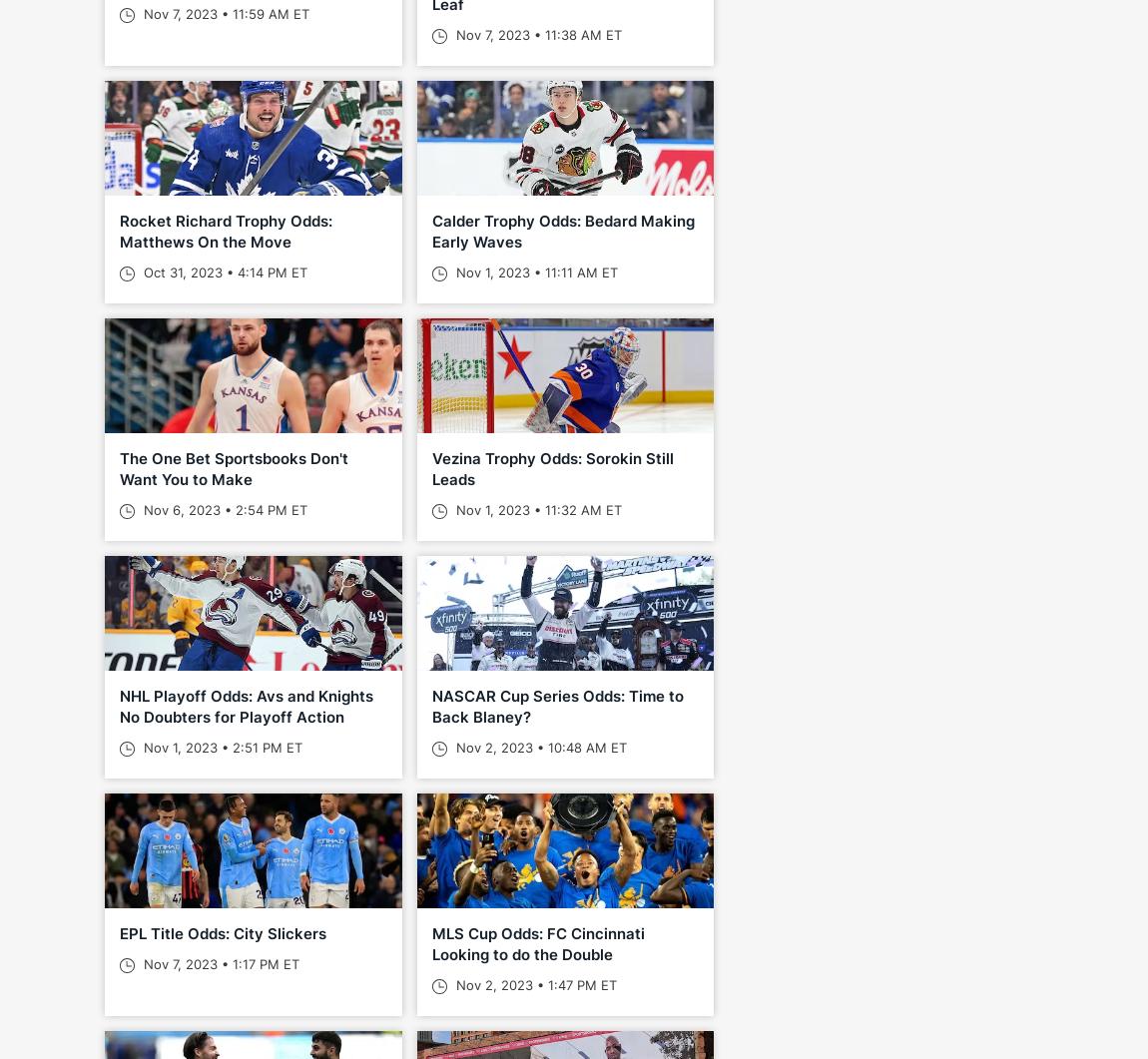  I want to click on 'EPL Title Odds: City Slickers', so click(222, 932).